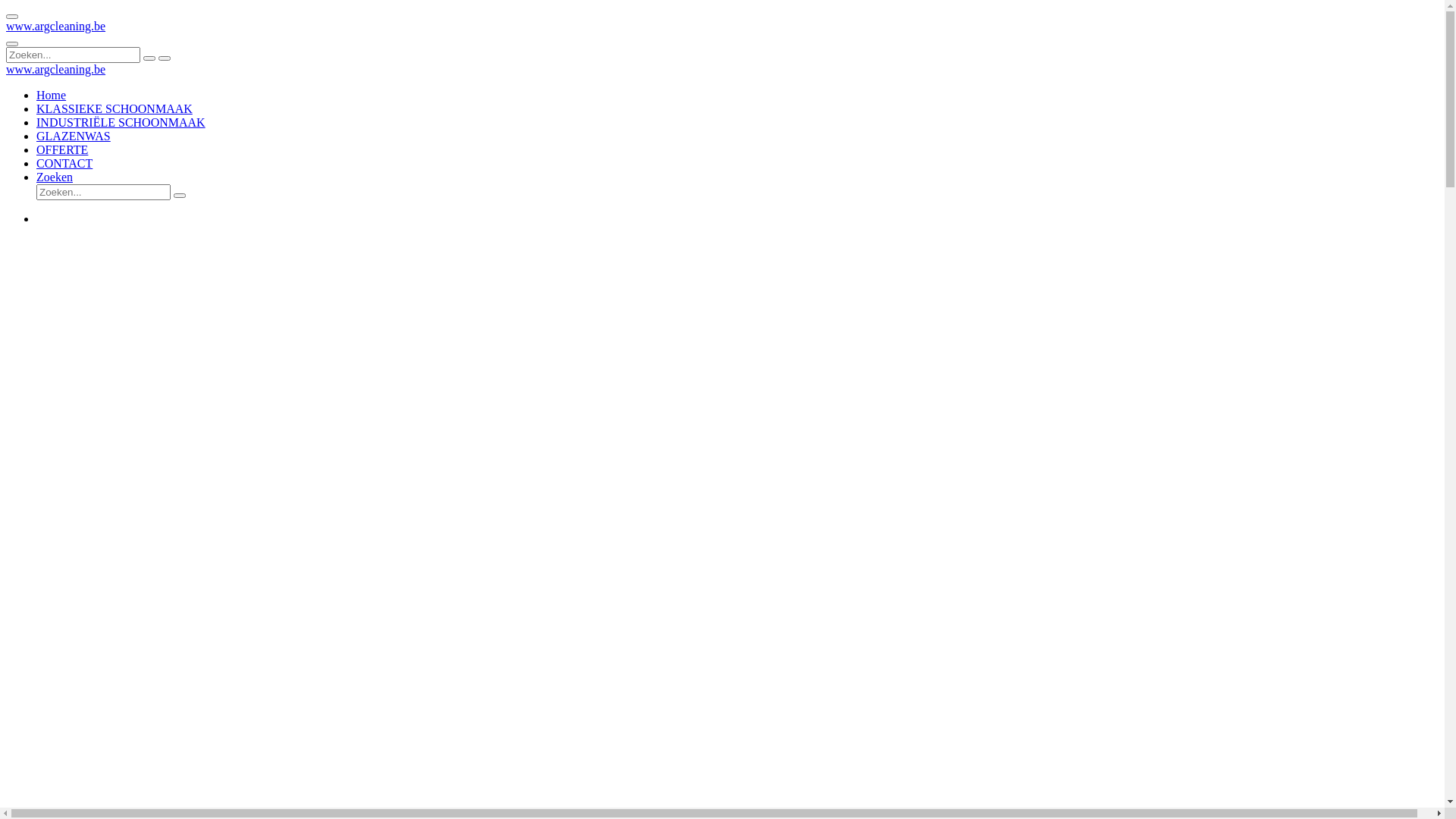 The height and width of the screenshot is (819, 1456). Describe the element at coordinates (72, 135) in the screenshot. I see `'GLAZENWAS'` at that location.